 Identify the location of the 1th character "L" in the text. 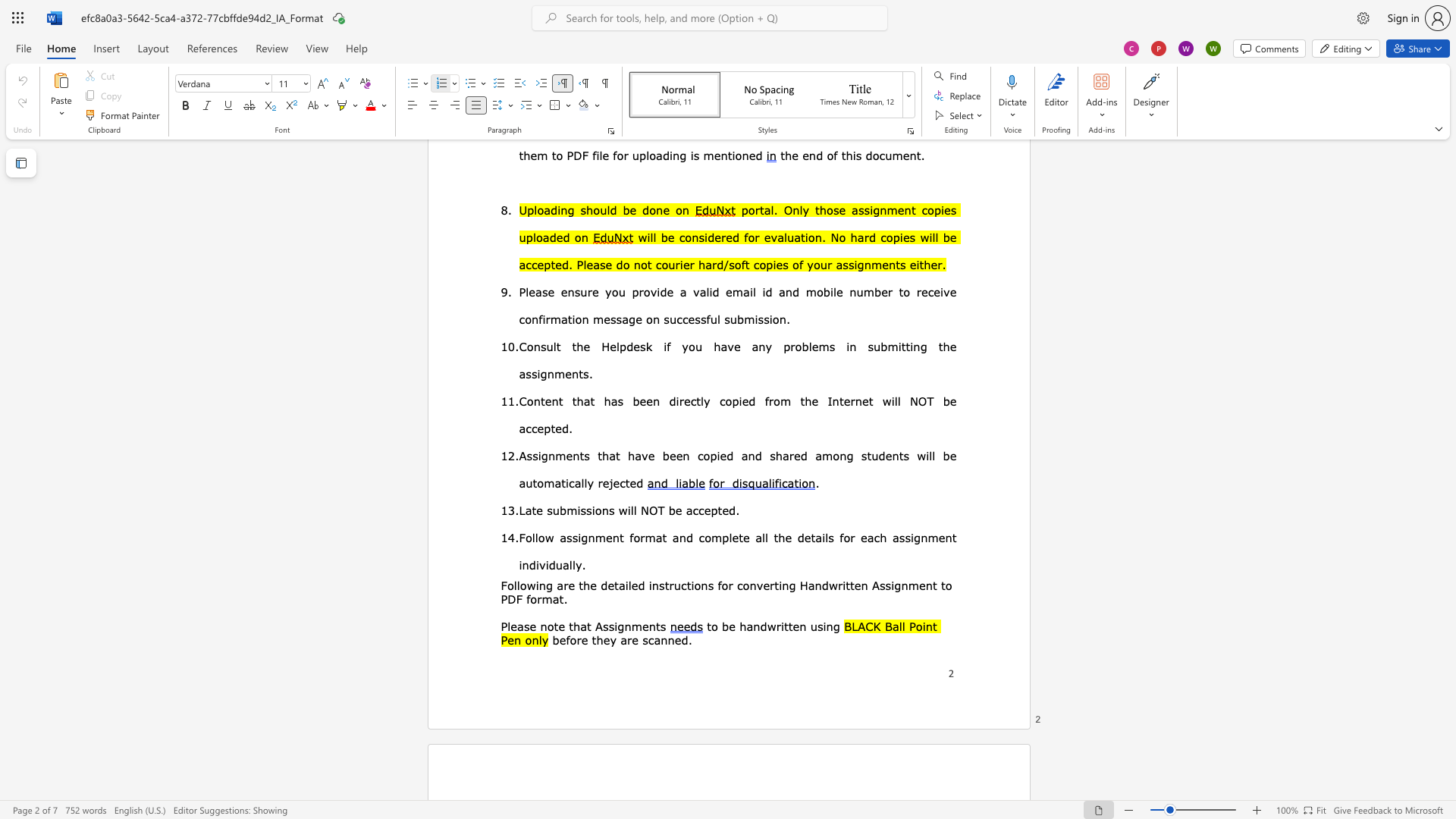
(522, 510).